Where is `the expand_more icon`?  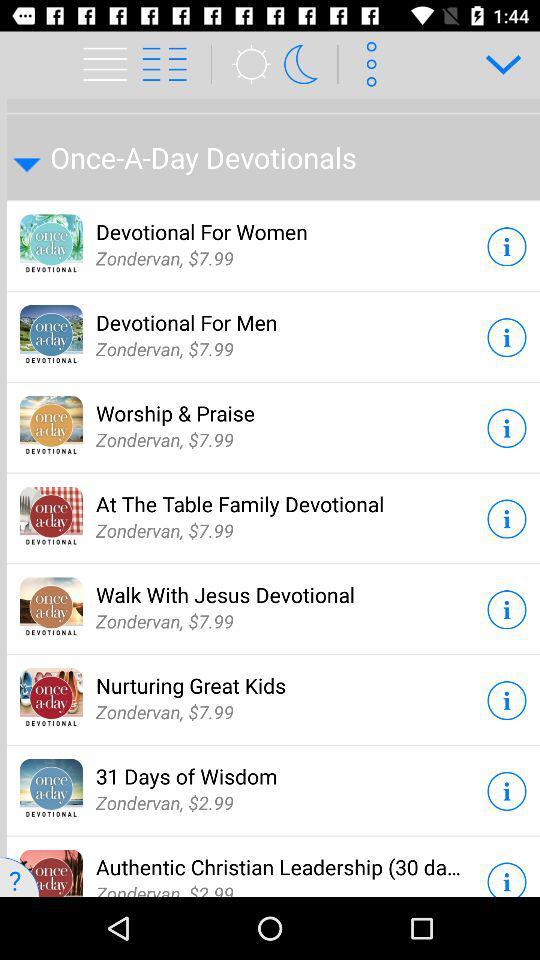 the expand_more icon is located at coordinates (495, 64).